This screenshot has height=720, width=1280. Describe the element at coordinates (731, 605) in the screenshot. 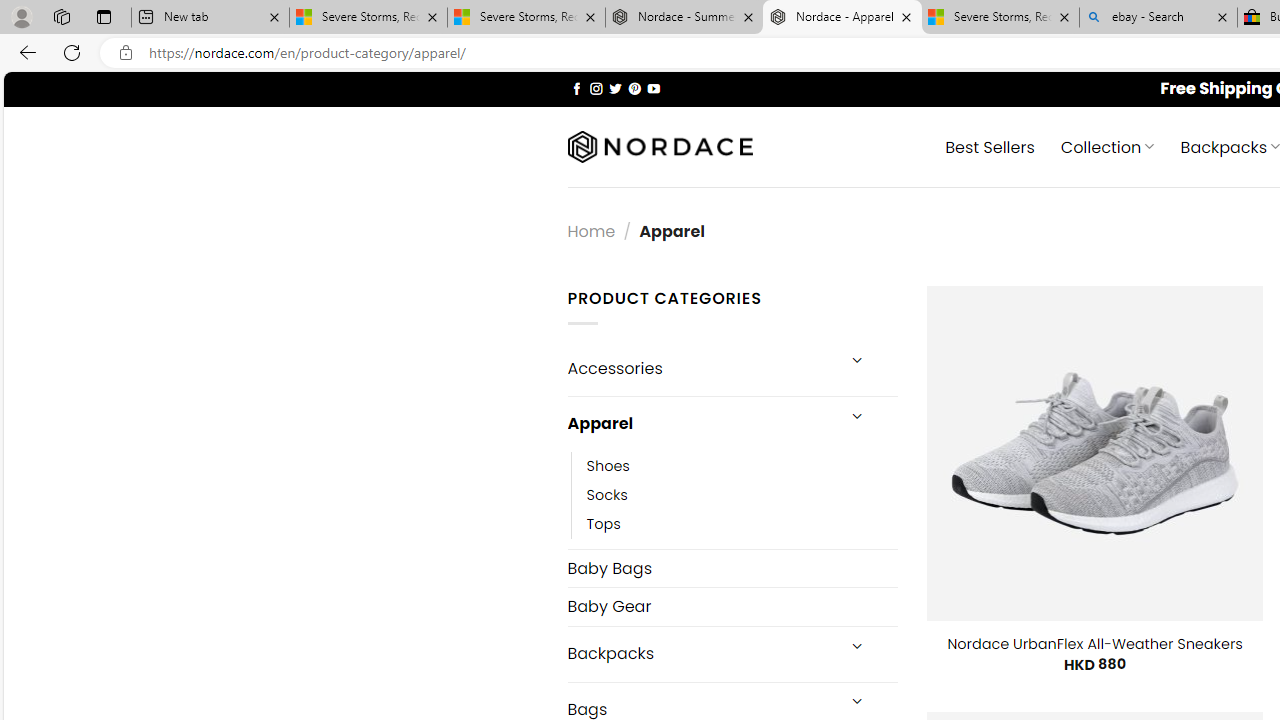

I see `'Baby Gear'` at that location.